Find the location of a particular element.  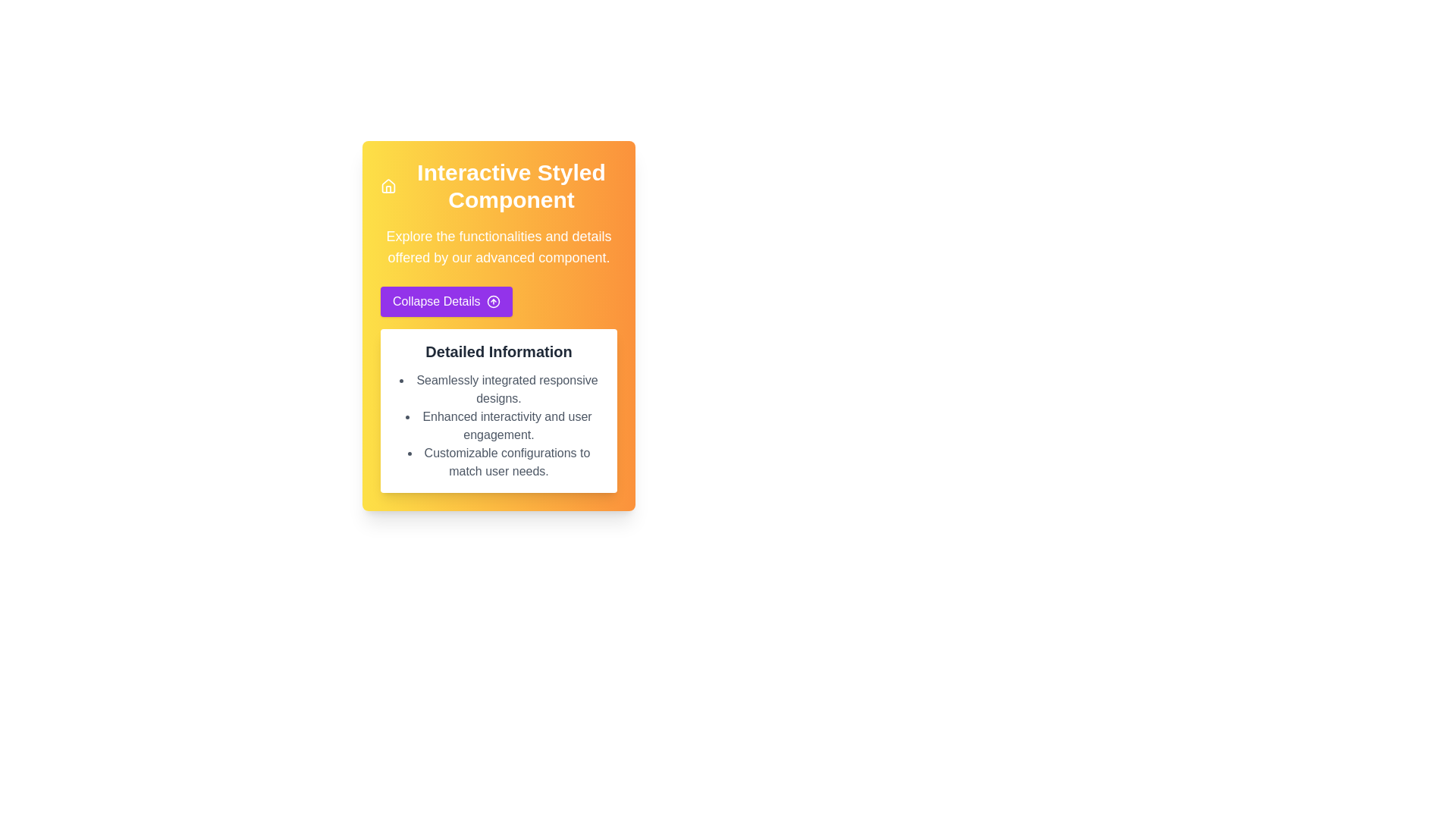

the collapse icon located at the right end of the 'Collapse Details' button, which is positioned below the header text and above the detailed information section is located at coordinates (493, 301).